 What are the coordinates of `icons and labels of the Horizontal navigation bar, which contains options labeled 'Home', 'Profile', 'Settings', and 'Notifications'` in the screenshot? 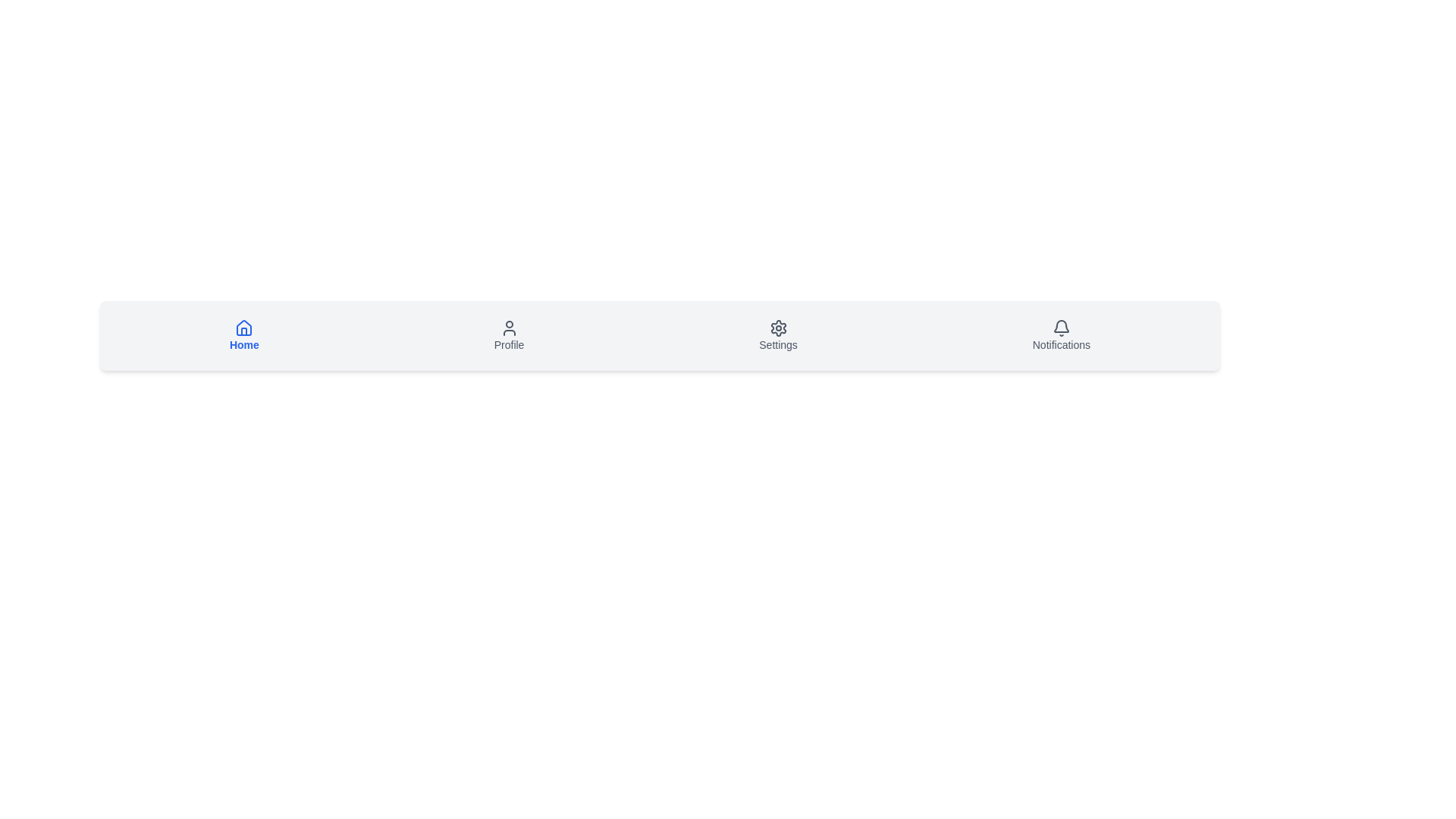 It's located at (660, 335).